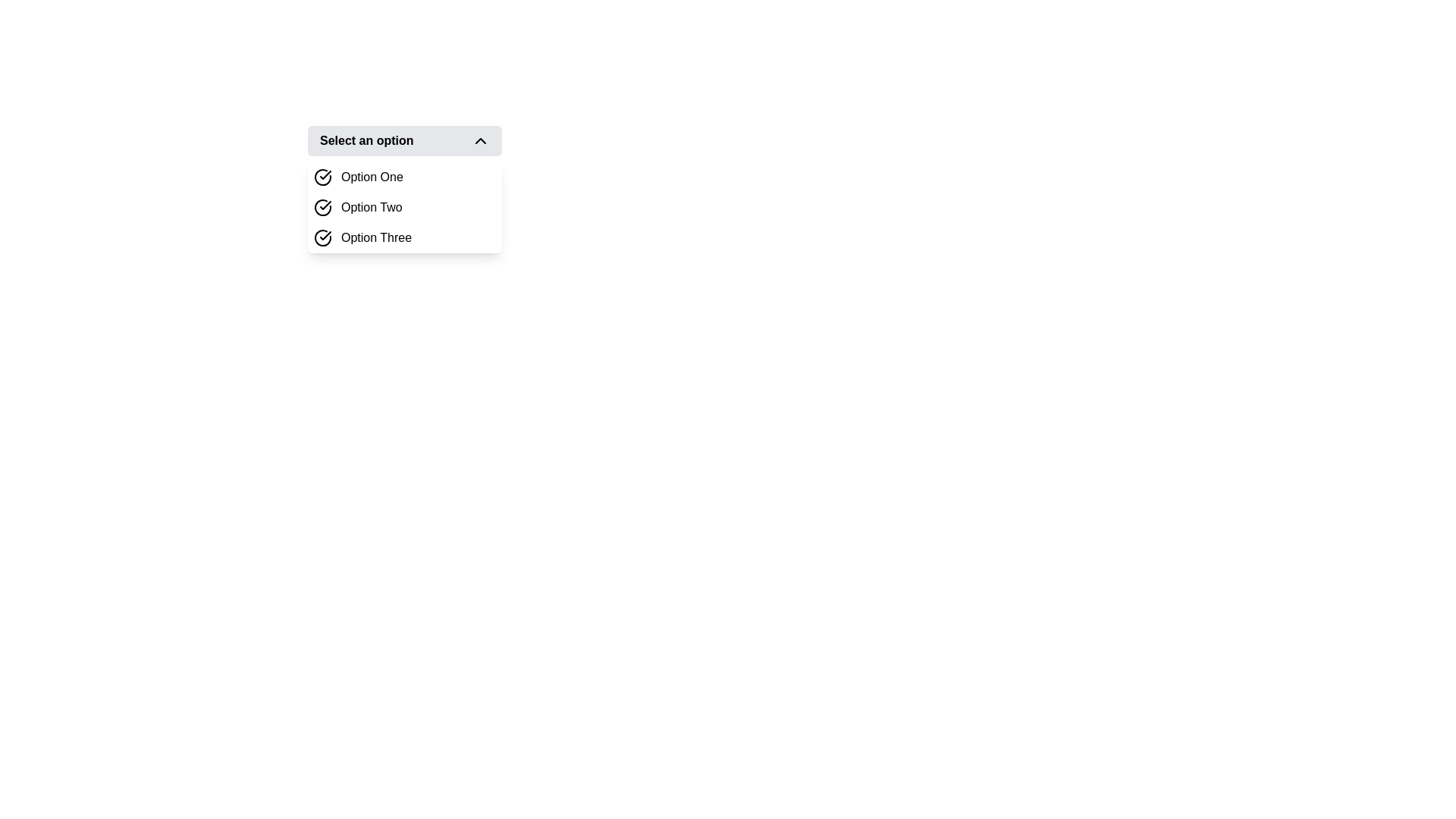  Describe the element at coordinates (322, 237) in the screenshot. I see `the function of the circled checkmark icon located to the left of 'Option Three' in the dropdown menu` at that location.